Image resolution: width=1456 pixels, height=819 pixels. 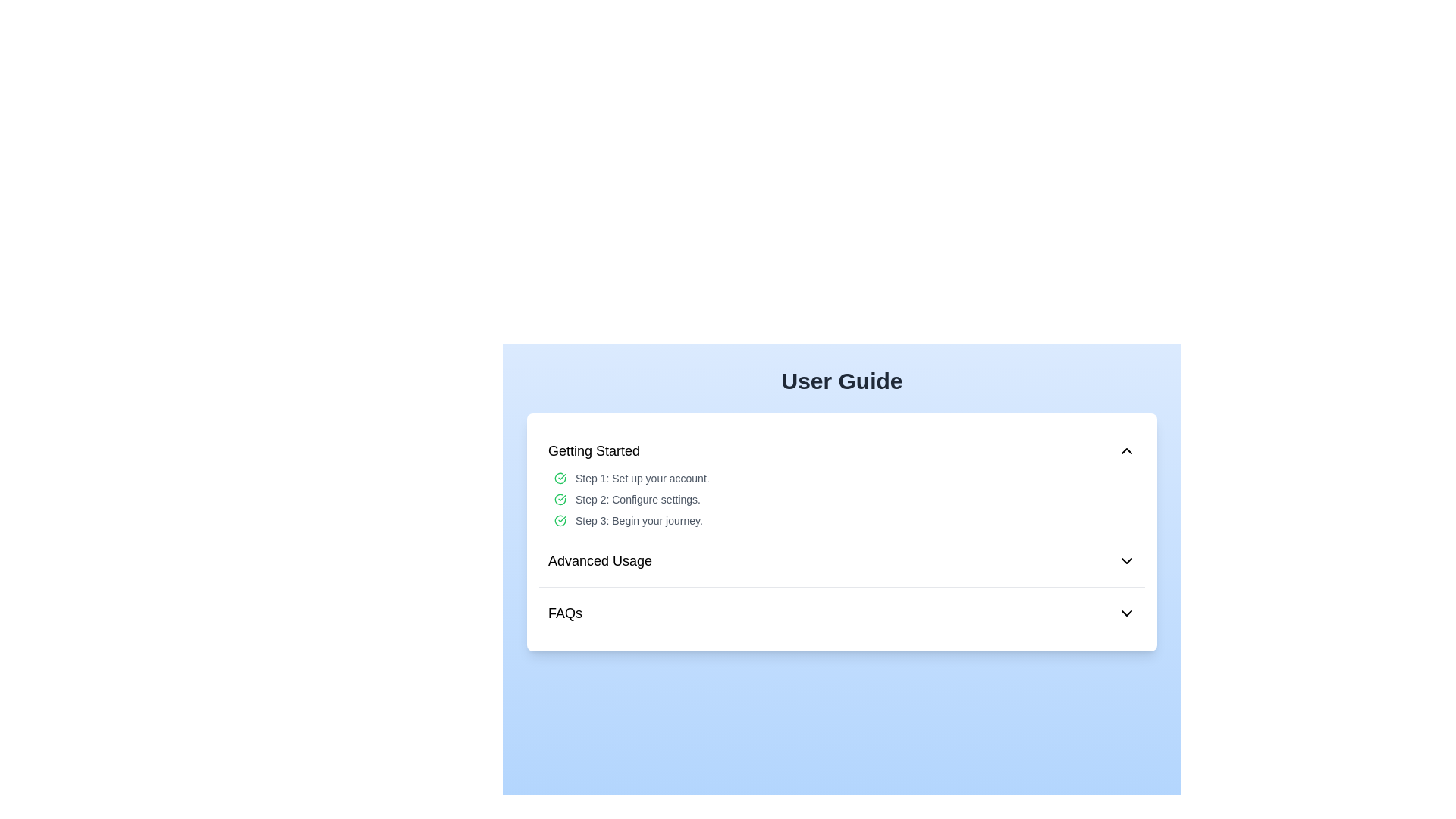 What do you see at coordinates (1127, 450) in the screenshot?
I see `the toggle icon at the right end of the 'Getting Started' section header to change its expand/collapse state` at bounding box center [1127, 450].